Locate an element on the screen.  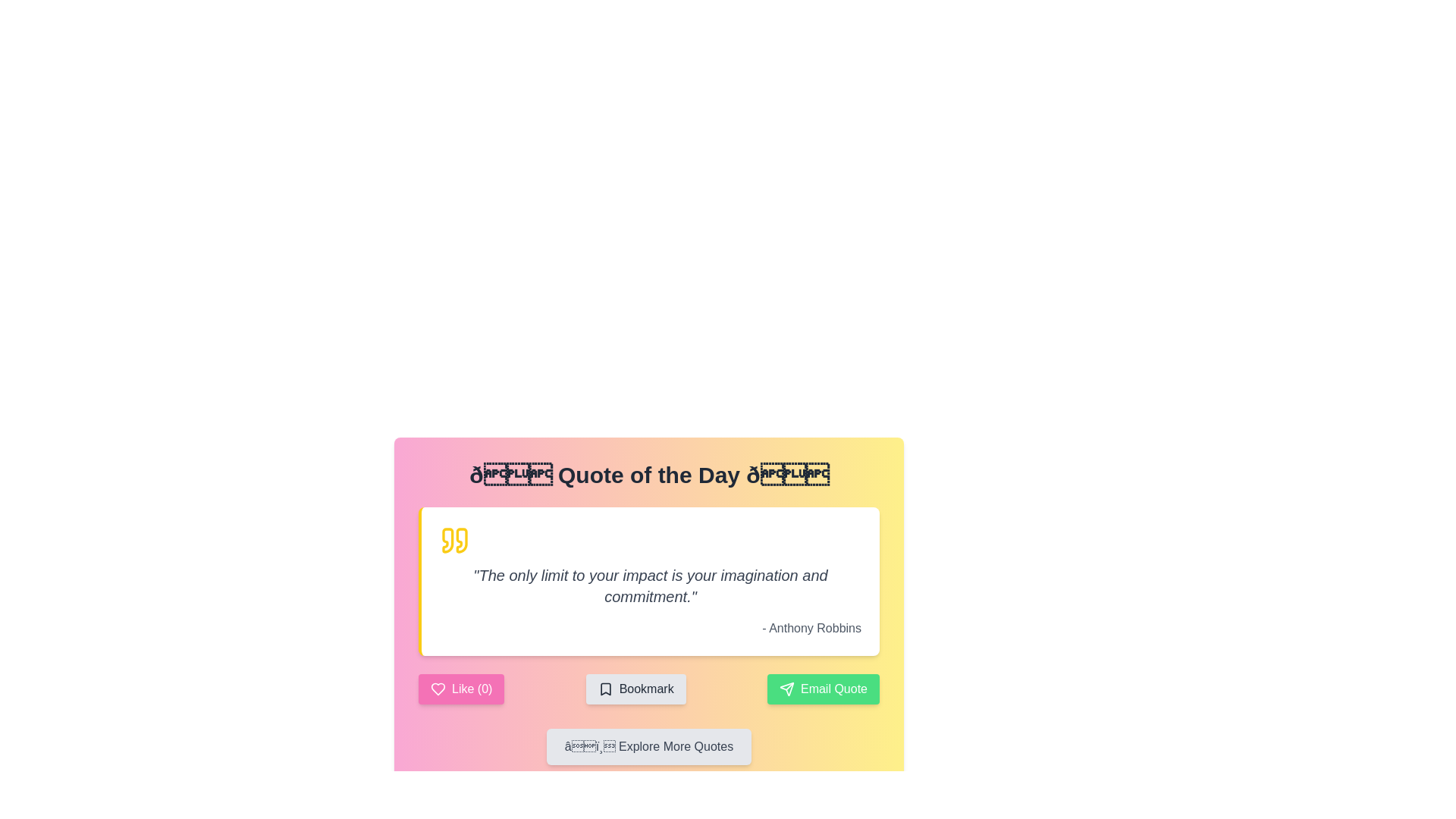
the heart-shaped icon located above the text 'Like (0)' and to the left of the 'Bookmark' button in the quoted content card is located at coordinates (437, 689).